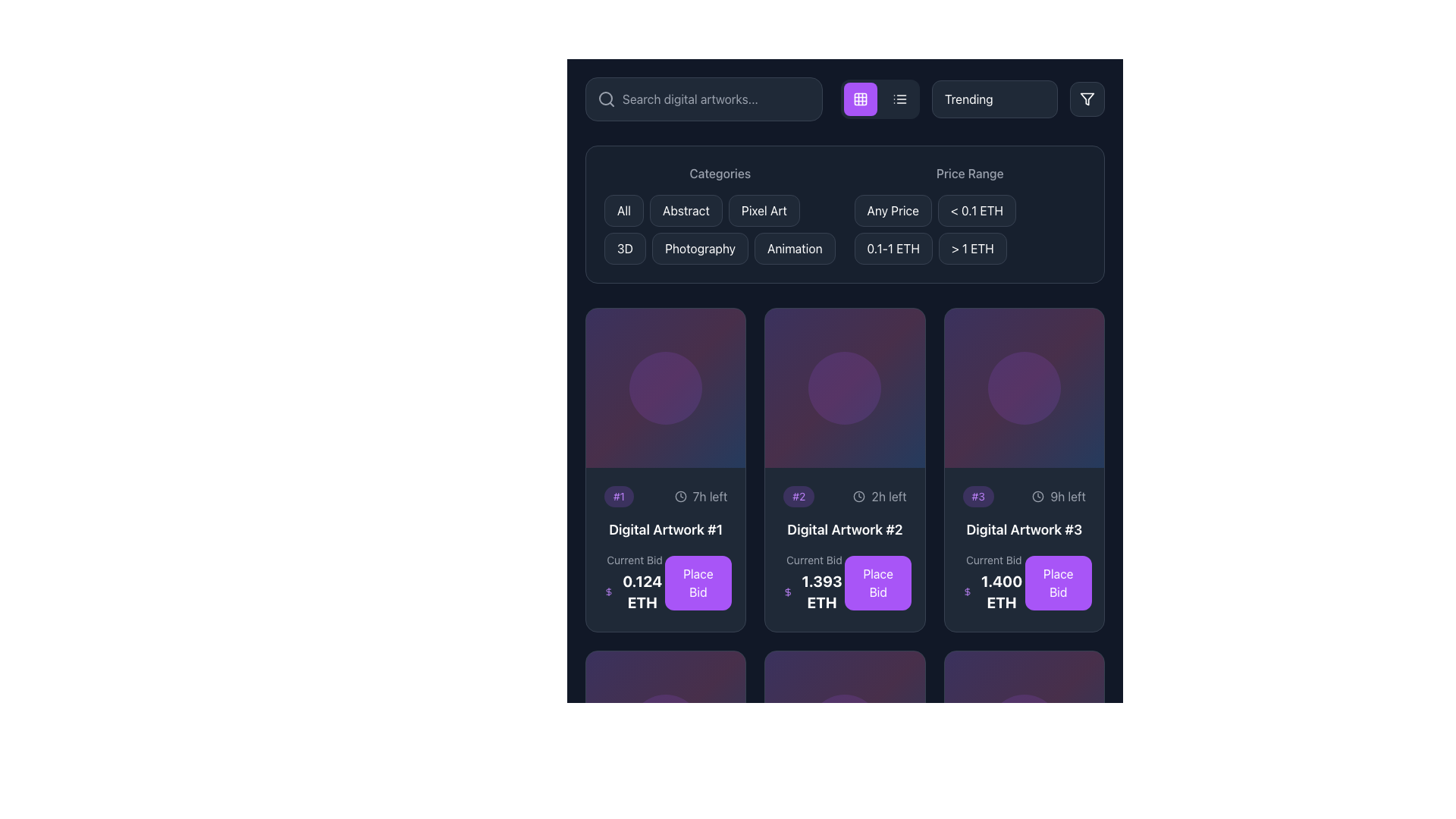 Image resolution: width=1456 pixels, height=819 pixels. What do you see at coordinates (967, 591) in the screenshot?
I see `the dollar sign icon located to the left of the numeric value '1.400 ETH' under 'Digital Artwork #3.'` at bounding box center [967, 591].